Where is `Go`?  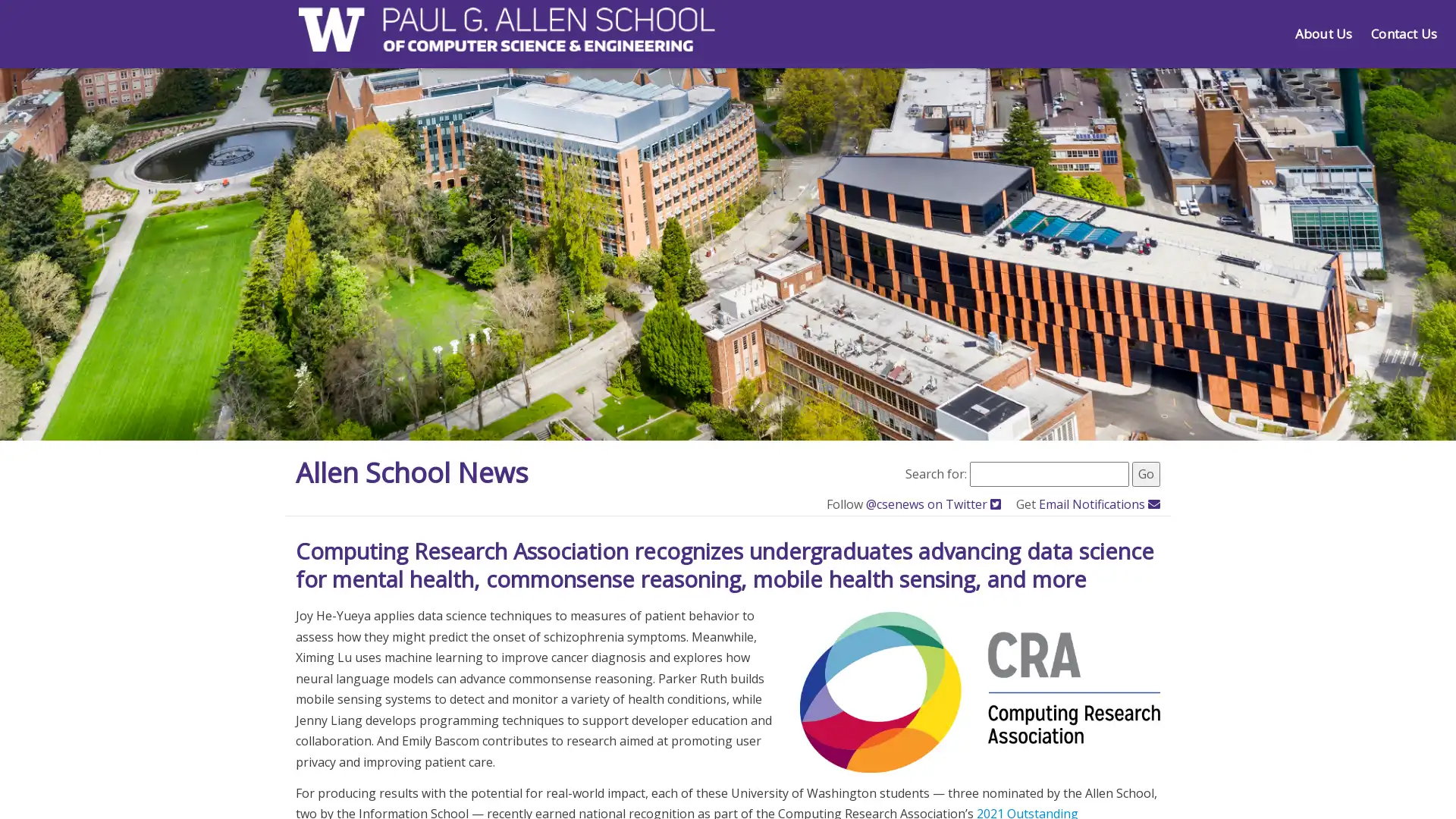
Go is located at coordinates (1146, 472).